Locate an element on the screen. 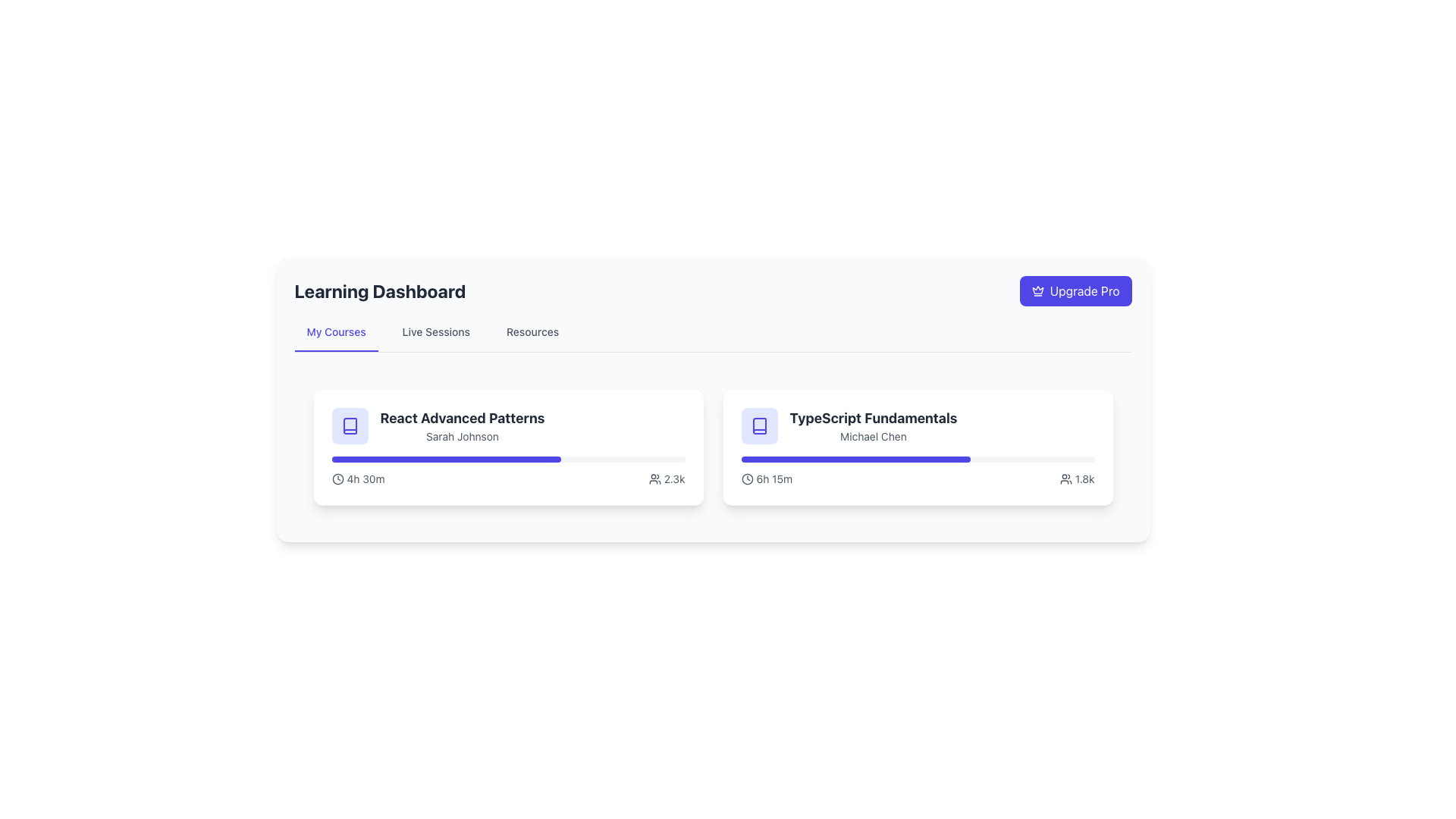 The image size is (1456, 819). the progress bar located in the 'TypeScript Fundamentals' card, positioned horizontally beneath the title 'TypeScript Fundamentals' is located at coordinates (917, 458).